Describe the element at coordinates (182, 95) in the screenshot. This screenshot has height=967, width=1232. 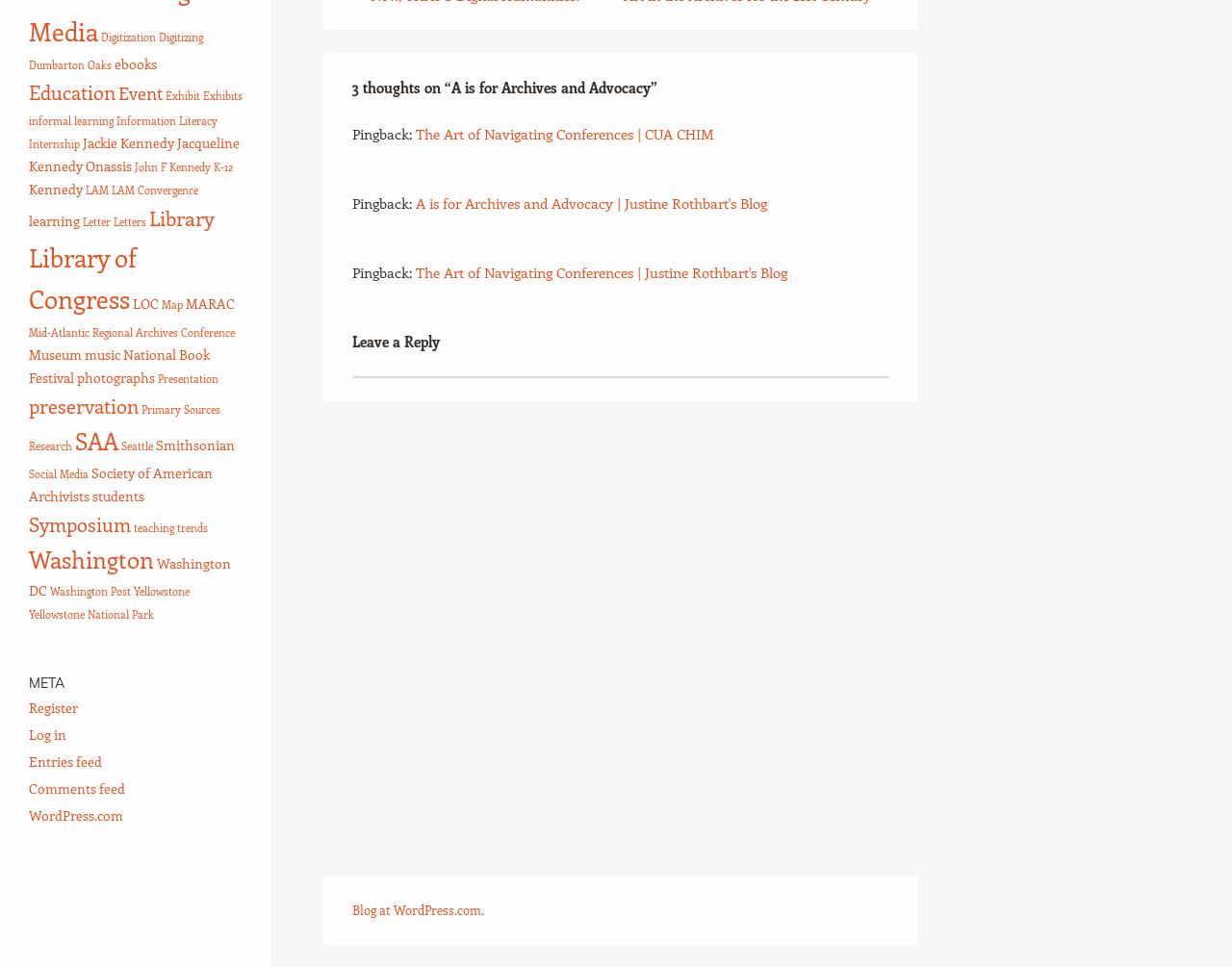
I see `'Exhibit'` at that location.